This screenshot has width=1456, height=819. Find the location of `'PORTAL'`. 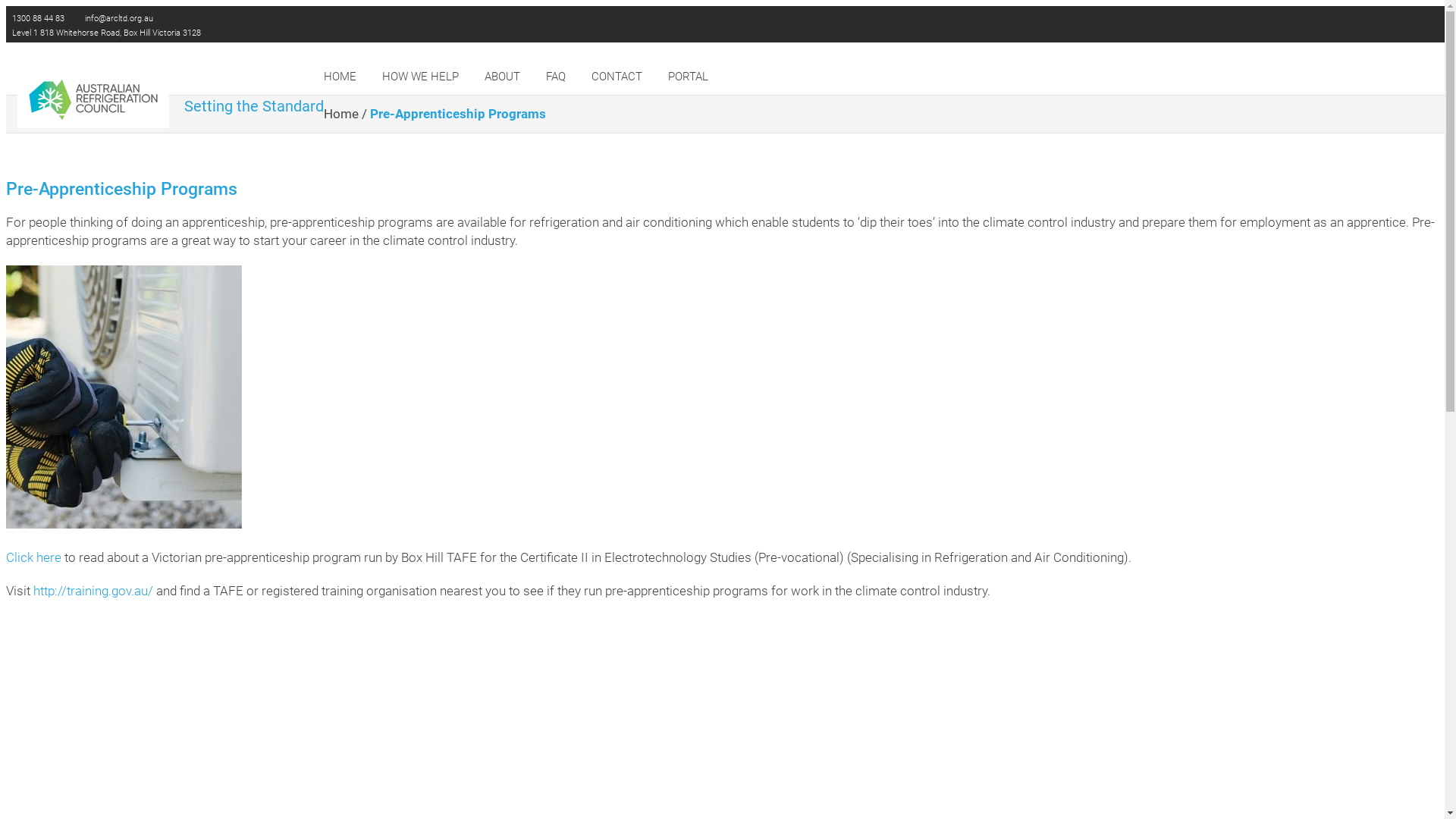

'PORTAL' is located at coordinates (687, 76).